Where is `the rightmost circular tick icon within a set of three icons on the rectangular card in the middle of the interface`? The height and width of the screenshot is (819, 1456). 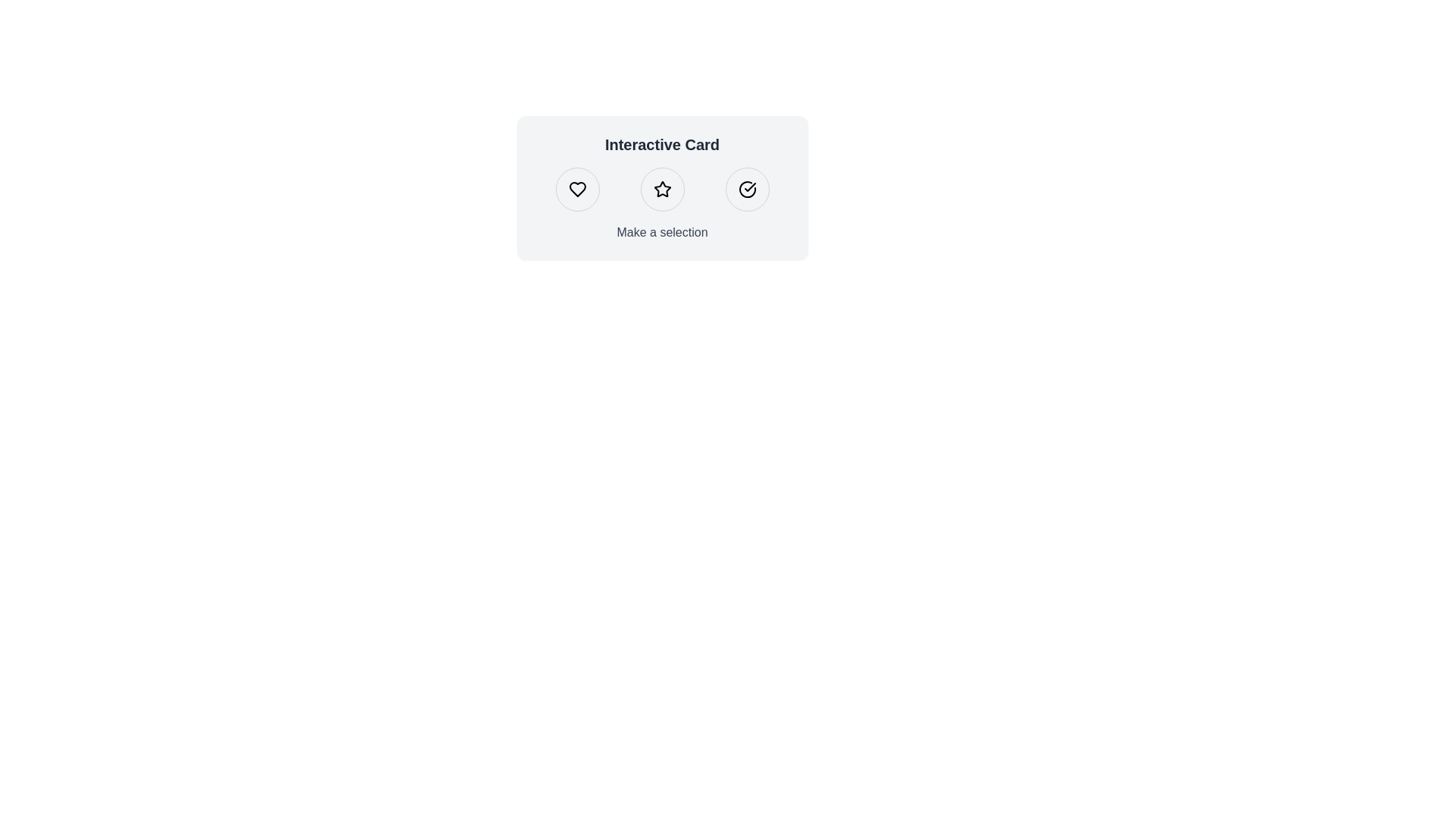
the rightmost circular tick icon within a set of three icons on the rectangular card in the middle of the interface is located at coordinates (747, 189).